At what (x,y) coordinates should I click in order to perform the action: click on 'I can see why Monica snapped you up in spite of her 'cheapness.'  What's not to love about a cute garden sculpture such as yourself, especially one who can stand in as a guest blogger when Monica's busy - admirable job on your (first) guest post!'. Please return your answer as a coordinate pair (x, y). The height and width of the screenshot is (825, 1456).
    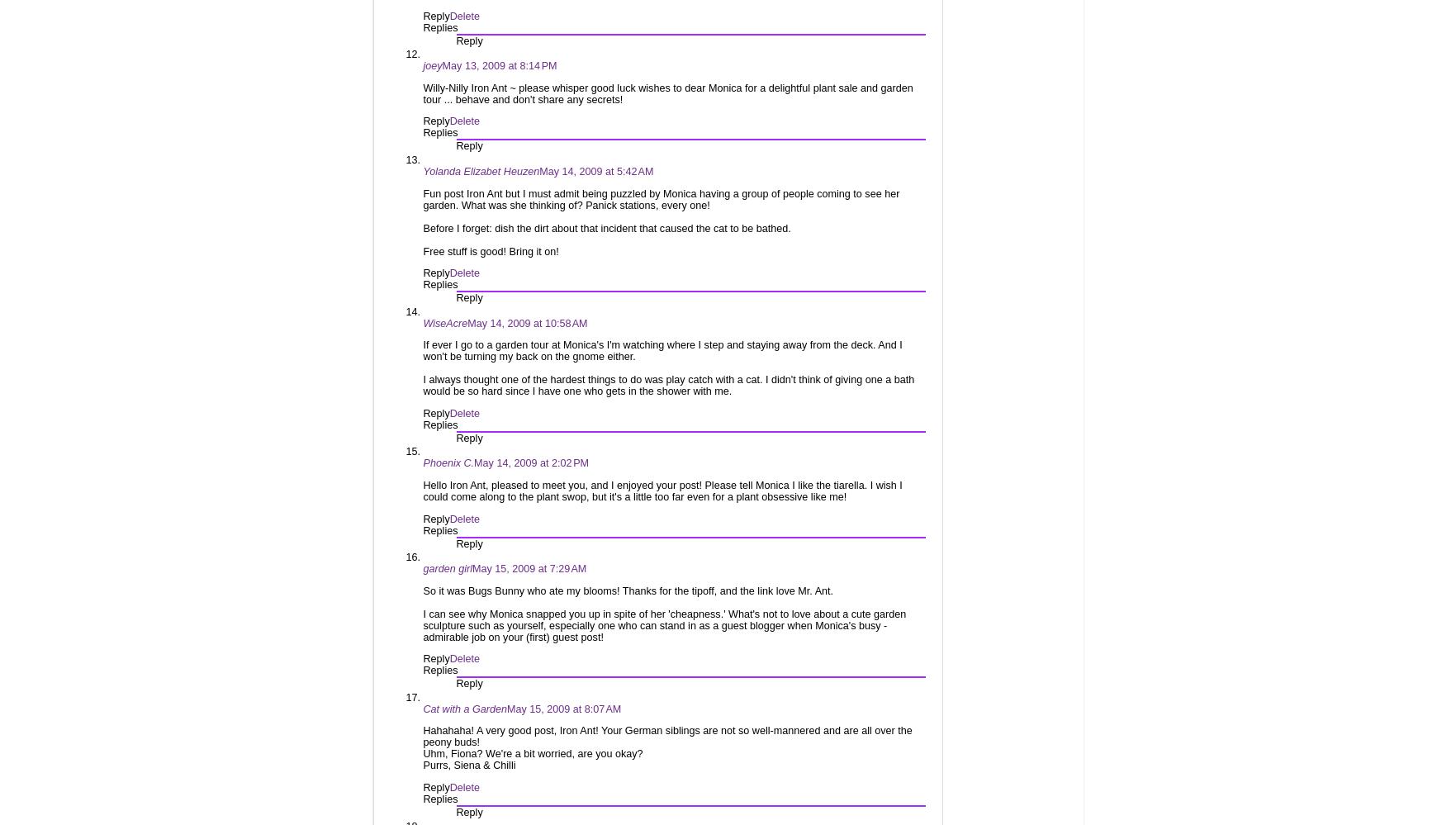
    Looking at the image, I should click on (422, 624).